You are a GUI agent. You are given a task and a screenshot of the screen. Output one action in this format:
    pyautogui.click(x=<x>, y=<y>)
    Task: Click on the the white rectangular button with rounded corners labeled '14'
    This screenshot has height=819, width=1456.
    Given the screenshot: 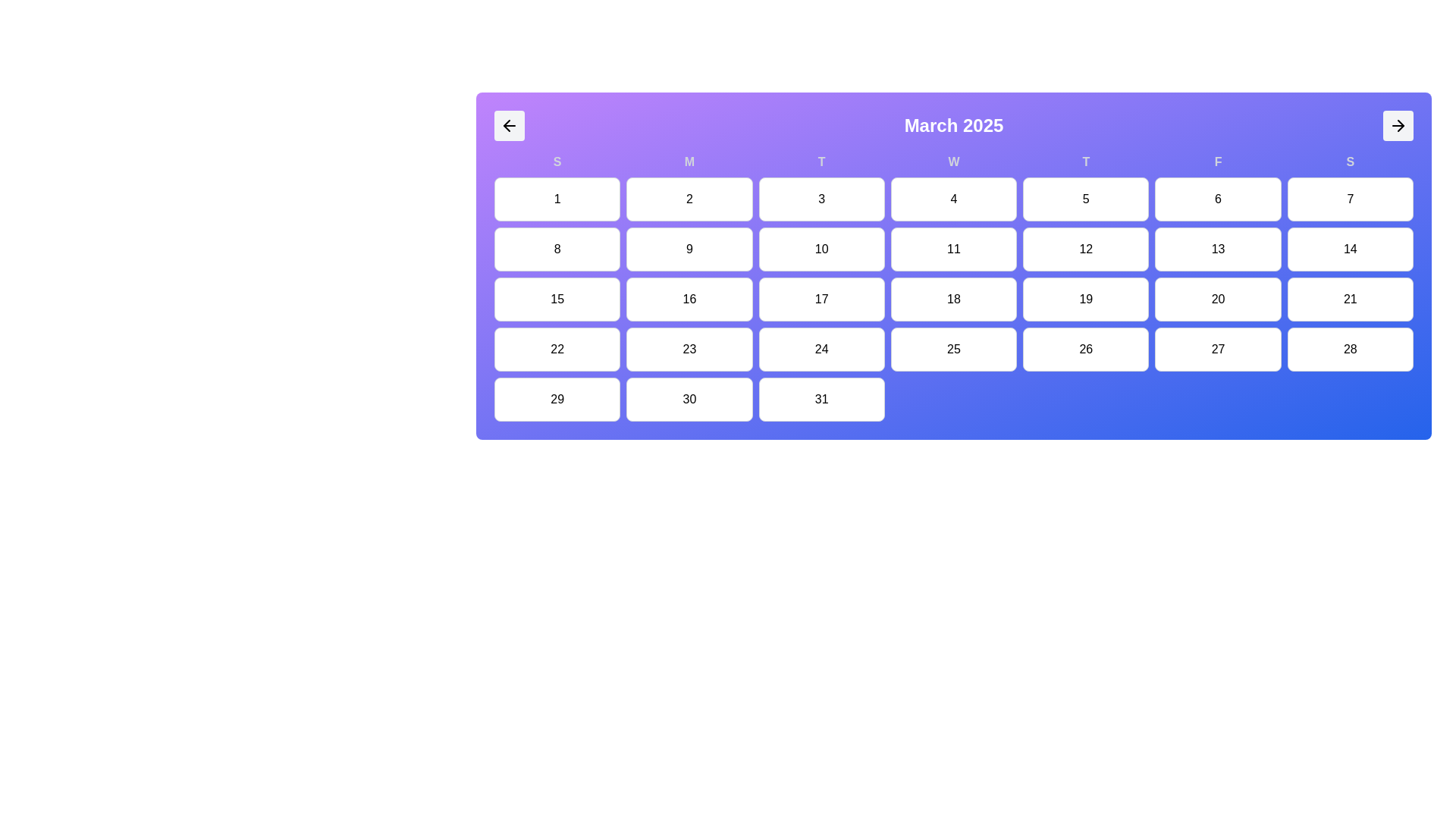 What is the action you would take?
    pyautogui.click(x=1350, y=248)
    